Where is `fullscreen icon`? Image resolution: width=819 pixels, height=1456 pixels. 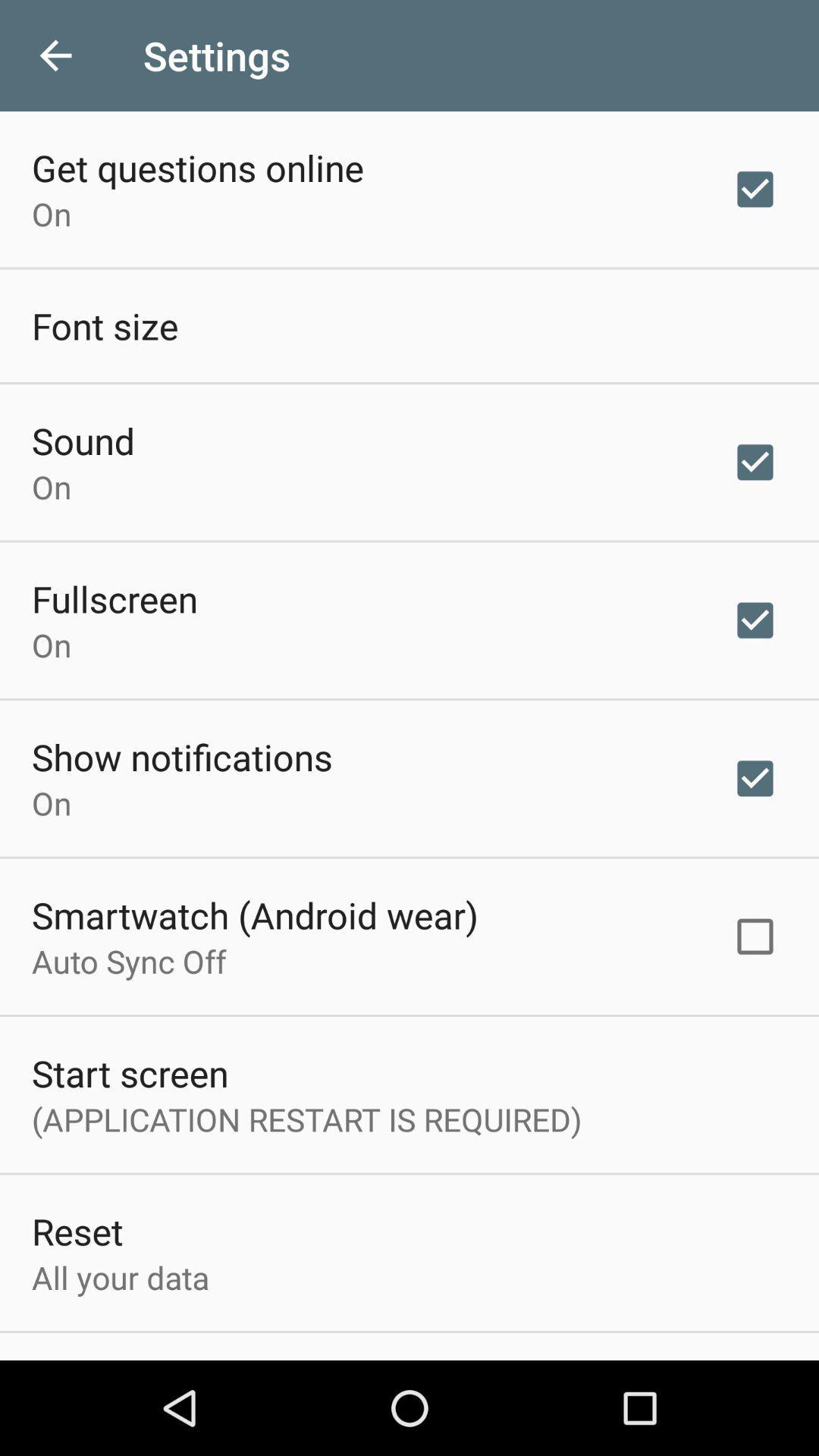
fullscreen icon is located at coordinates (114, 598).